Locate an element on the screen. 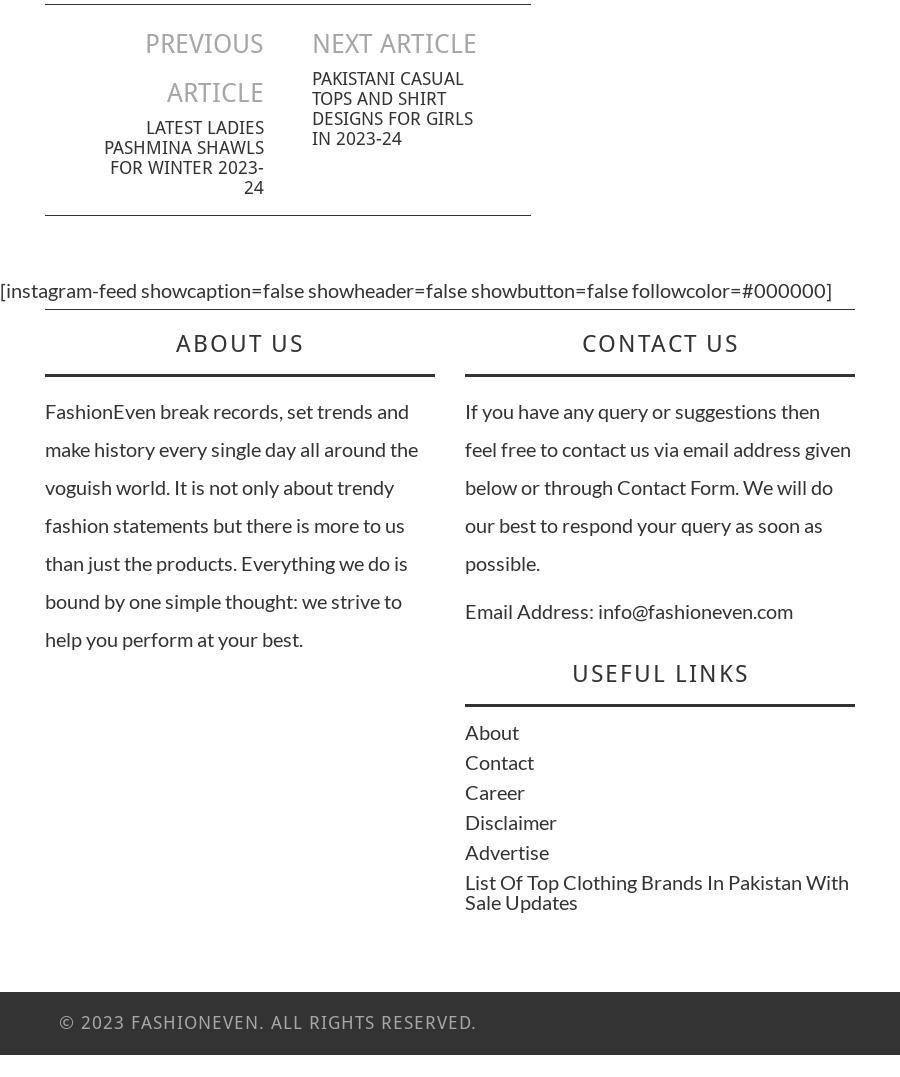 The image size is (900, 1077). 'If you have any query or suggestions then feel free to contact us via email address given below or through Contact Form. We will do our best to respond your query as soon as possible.' is located at coordinates (657, 487).